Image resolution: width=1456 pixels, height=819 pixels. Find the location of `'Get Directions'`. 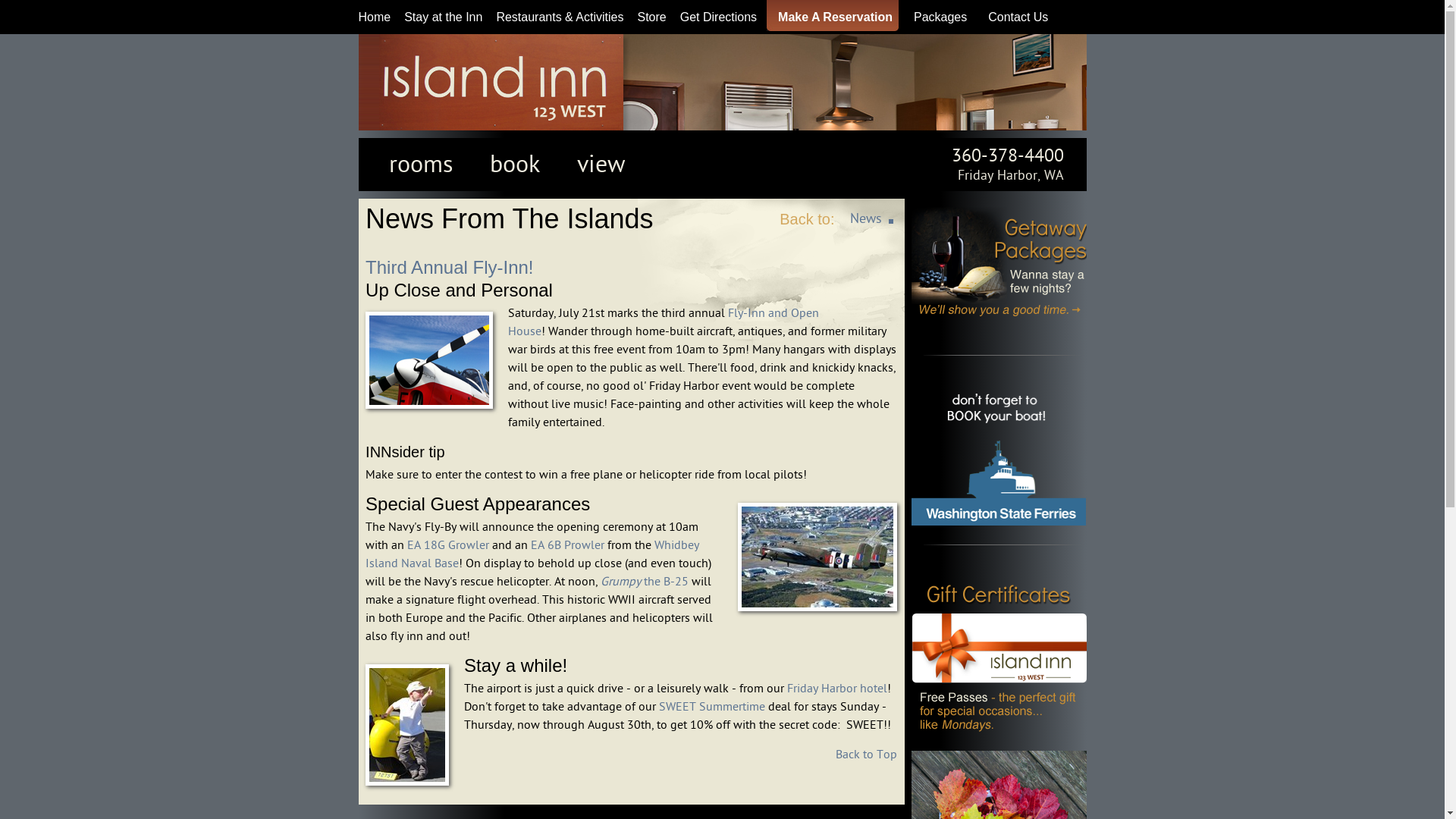

'Get Directions' is located at coordinates (717, 17).